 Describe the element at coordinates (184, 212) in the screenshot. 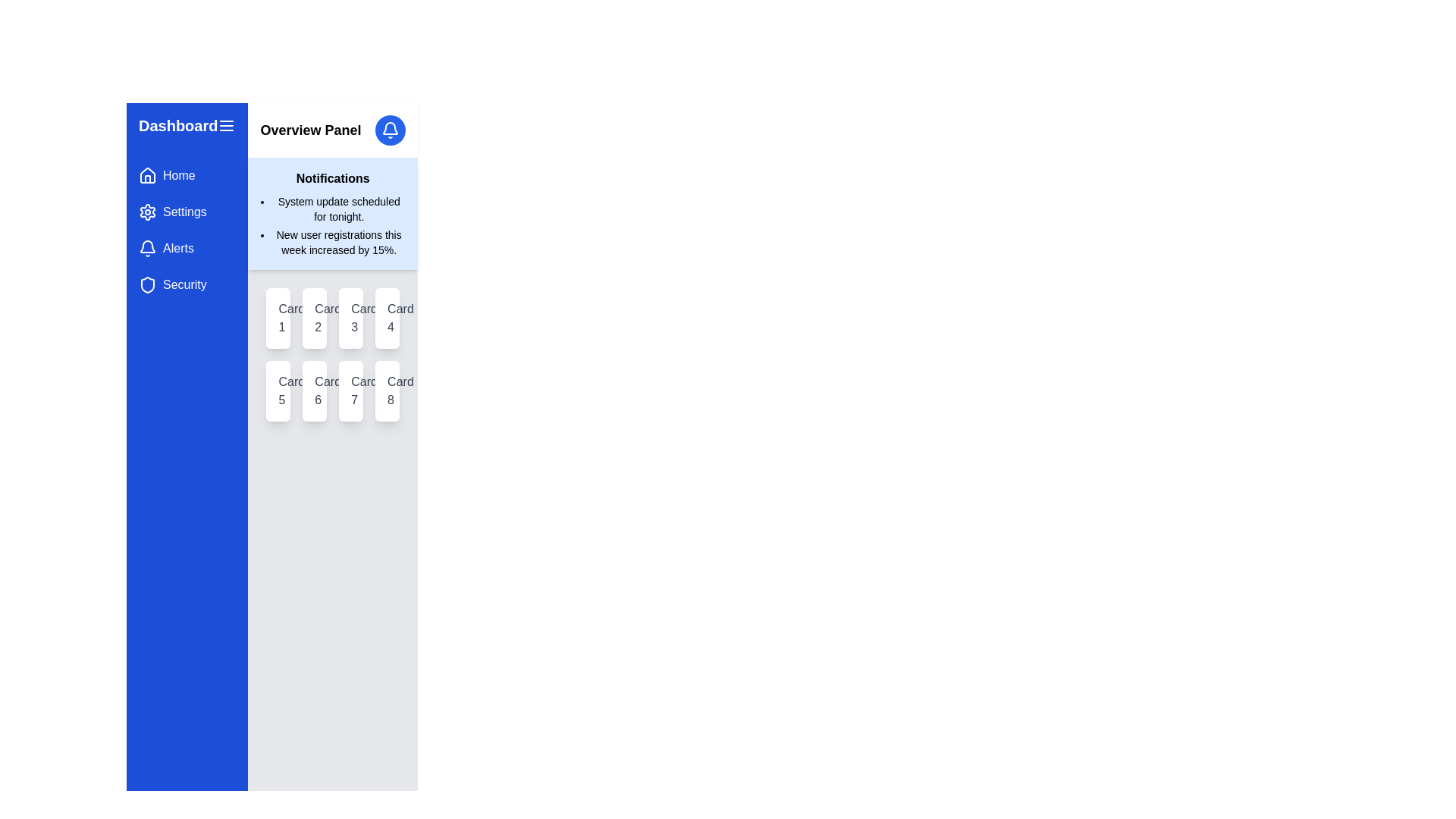

I see `the 'Settings' label on the vertical navigation bar` at that location.